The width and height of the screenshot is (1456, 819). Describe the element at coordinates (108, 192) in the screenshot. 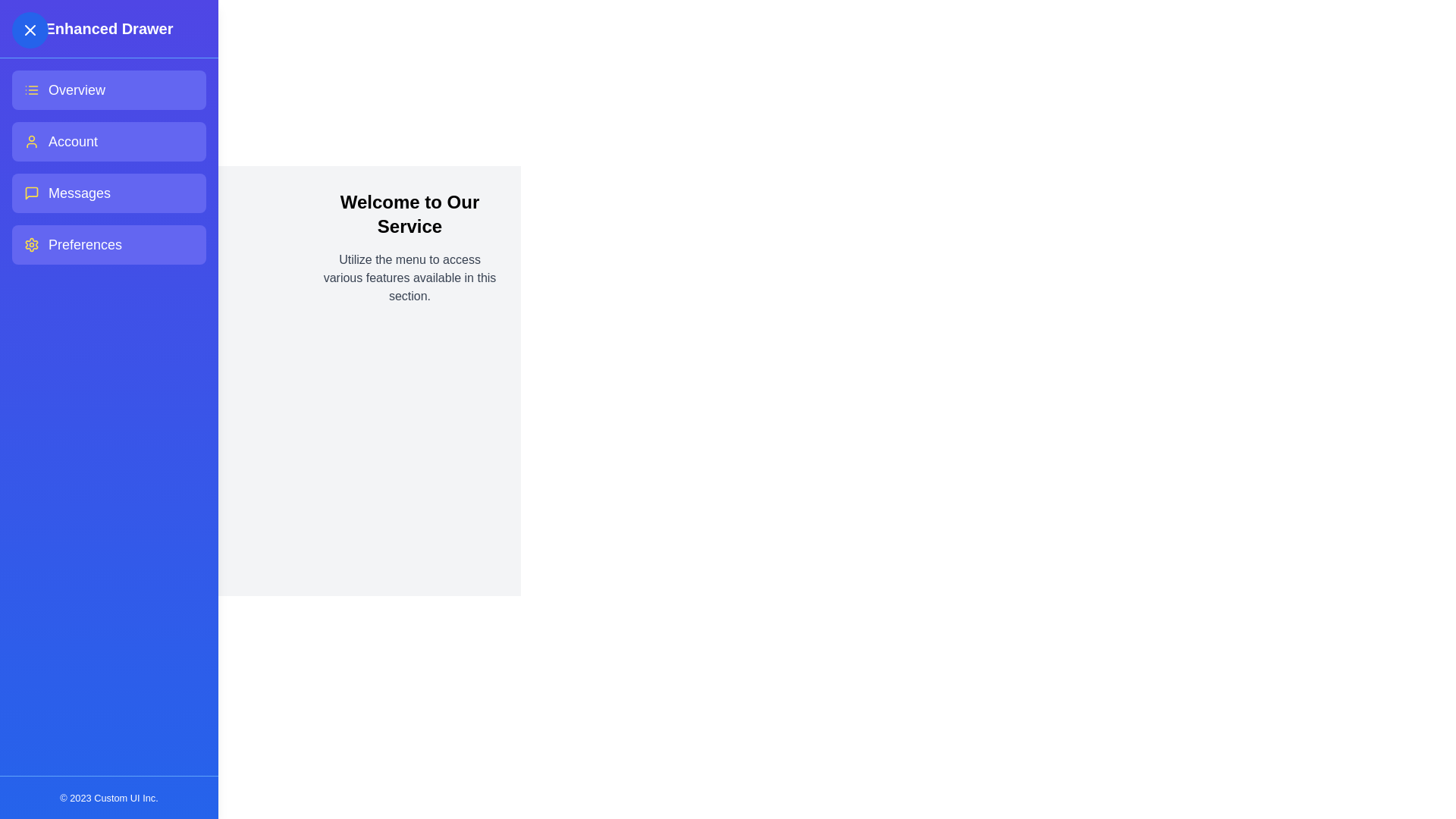

I see `the 'Messages' navigation button located in the third position of the vertical list inside the side panel for accessibility interactions` at that location.